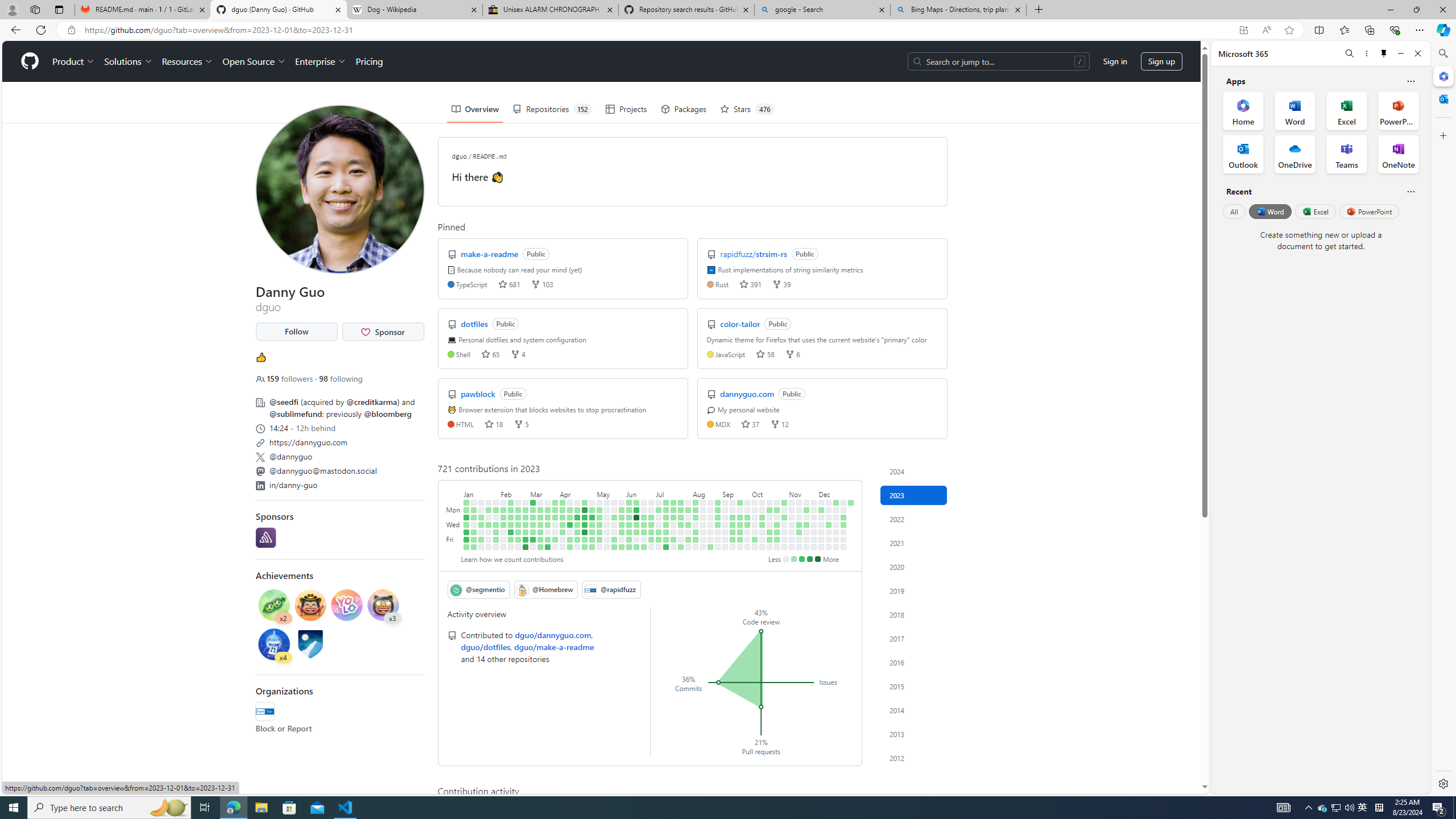 This screenshot has width=1456, height=819. I want to click on 'September', so click(737, 492).